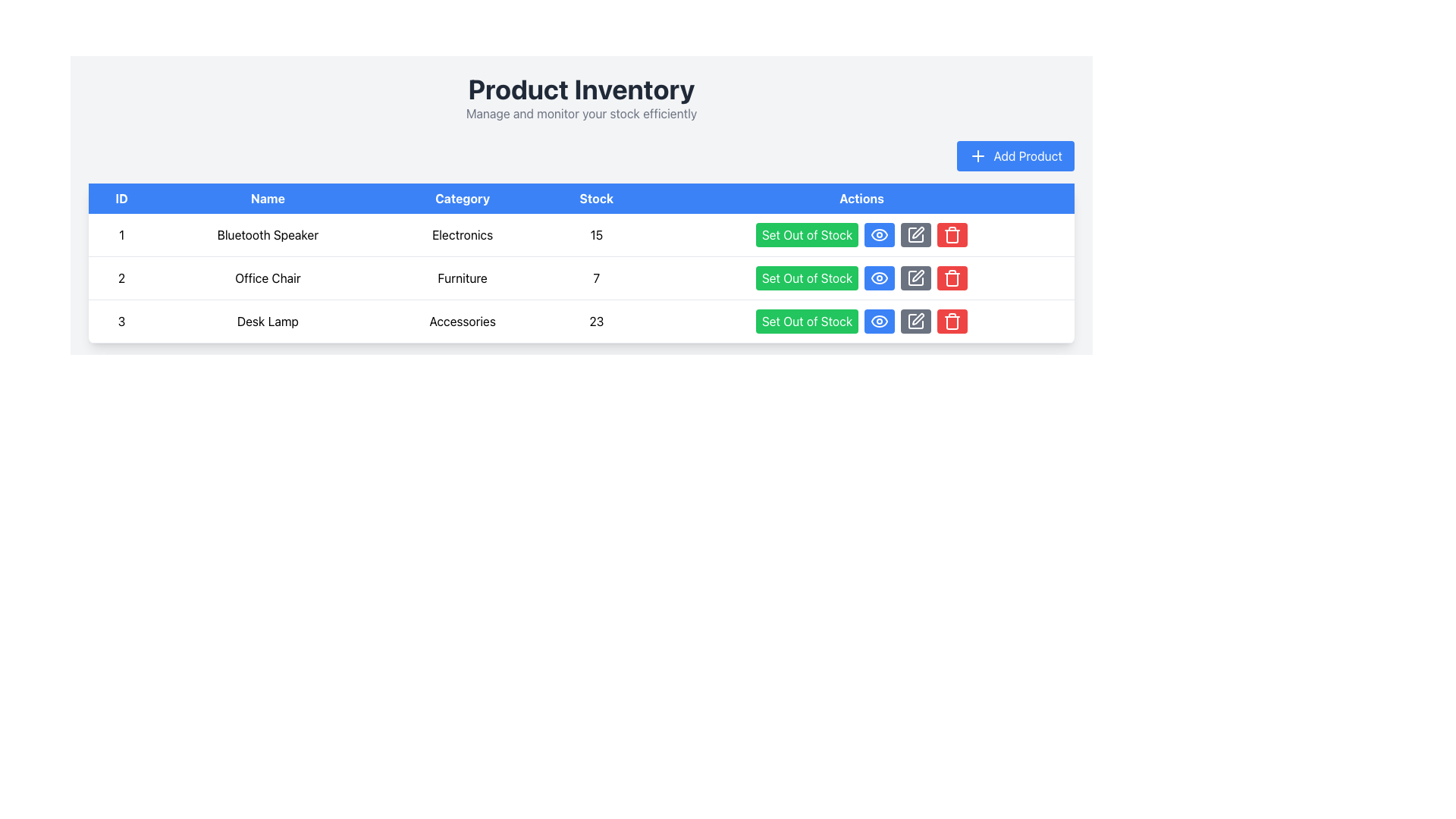 Image resolution: width=1456 pixels, height=819 pixels. I want to click on the dark gray button with rounded corners featuring a white pen icon, which is the third action button for the 'Office Chair' item in the inventory list, so click(915, 278).